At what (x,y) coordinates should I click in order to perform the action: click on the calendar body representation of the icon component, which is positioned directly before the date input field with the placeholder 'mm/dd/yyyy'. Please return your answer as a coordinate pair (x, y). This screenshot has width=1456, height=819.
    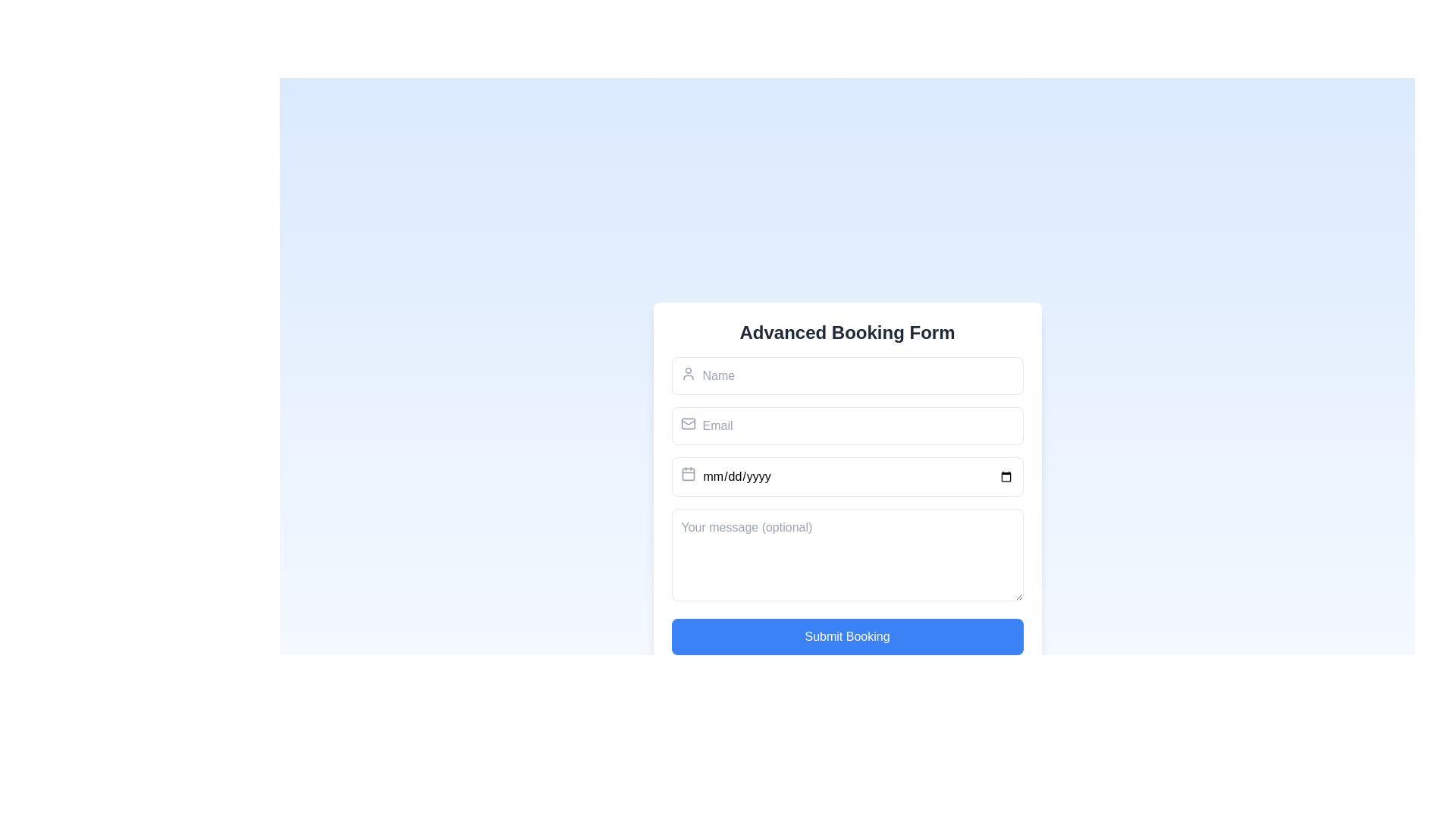
    Looking at the image, I should click on (687, 473).